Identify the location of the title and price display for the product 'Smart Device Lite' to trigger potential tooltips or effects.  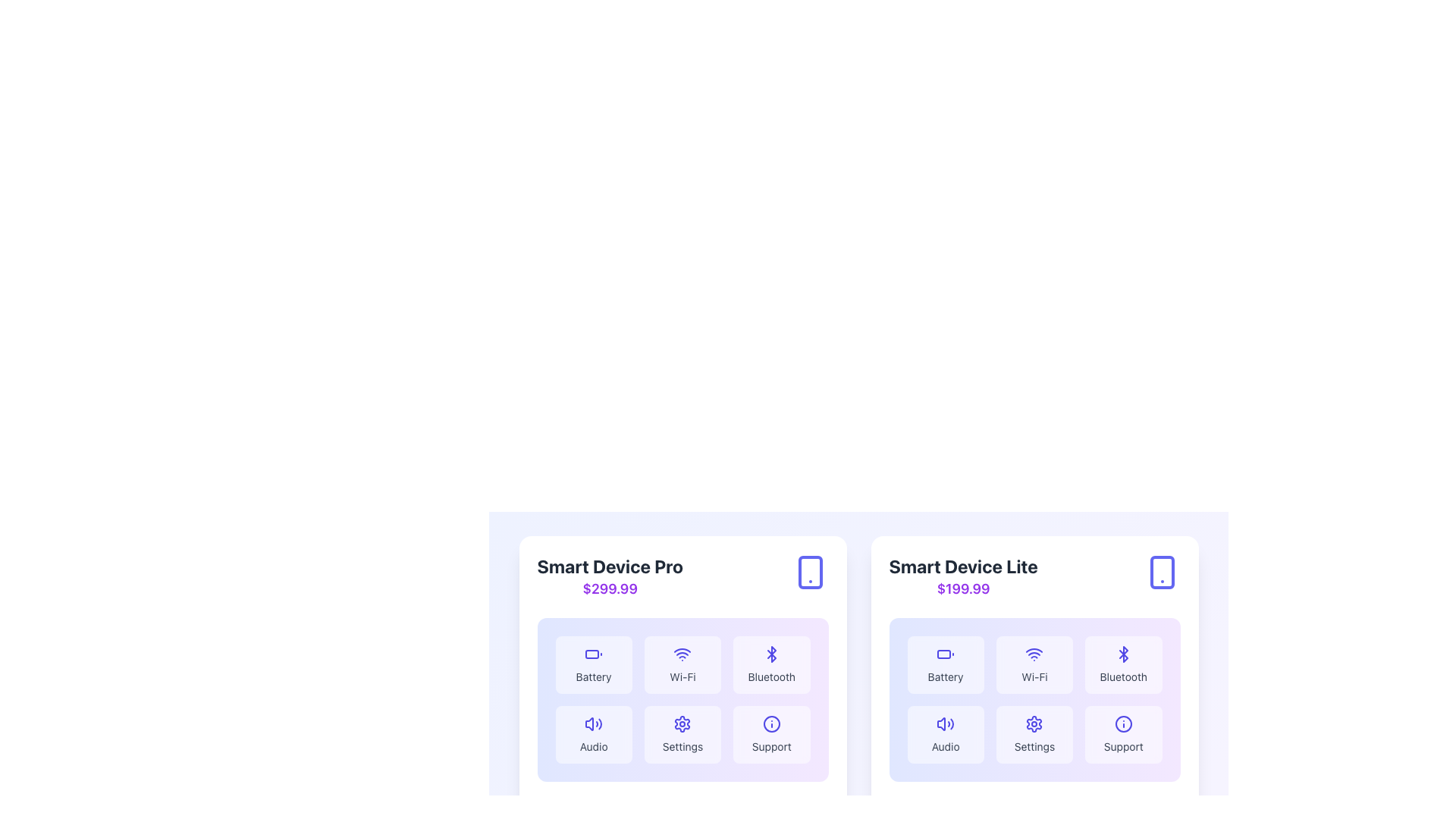
(962, 576).